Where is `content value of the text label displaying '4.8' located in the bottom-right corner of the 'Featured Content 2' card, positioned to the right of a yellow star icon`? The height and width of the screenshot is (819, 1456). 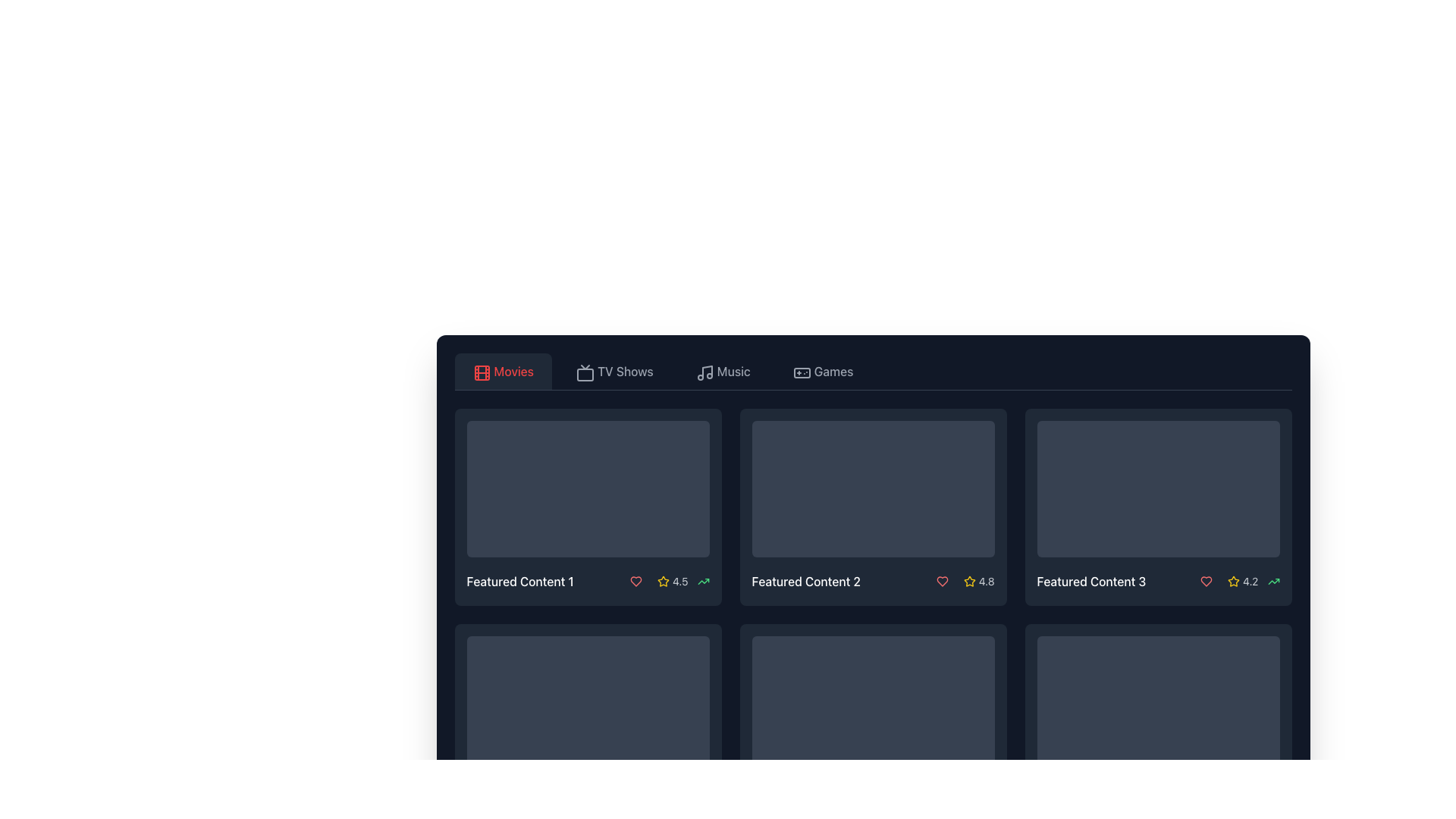
content value of the text label displaying '4.8' located in the bottom-right corner of the 'Featured Content 2' card, positioned to the right of a yellow star icon is located at coordinates (987, 581).